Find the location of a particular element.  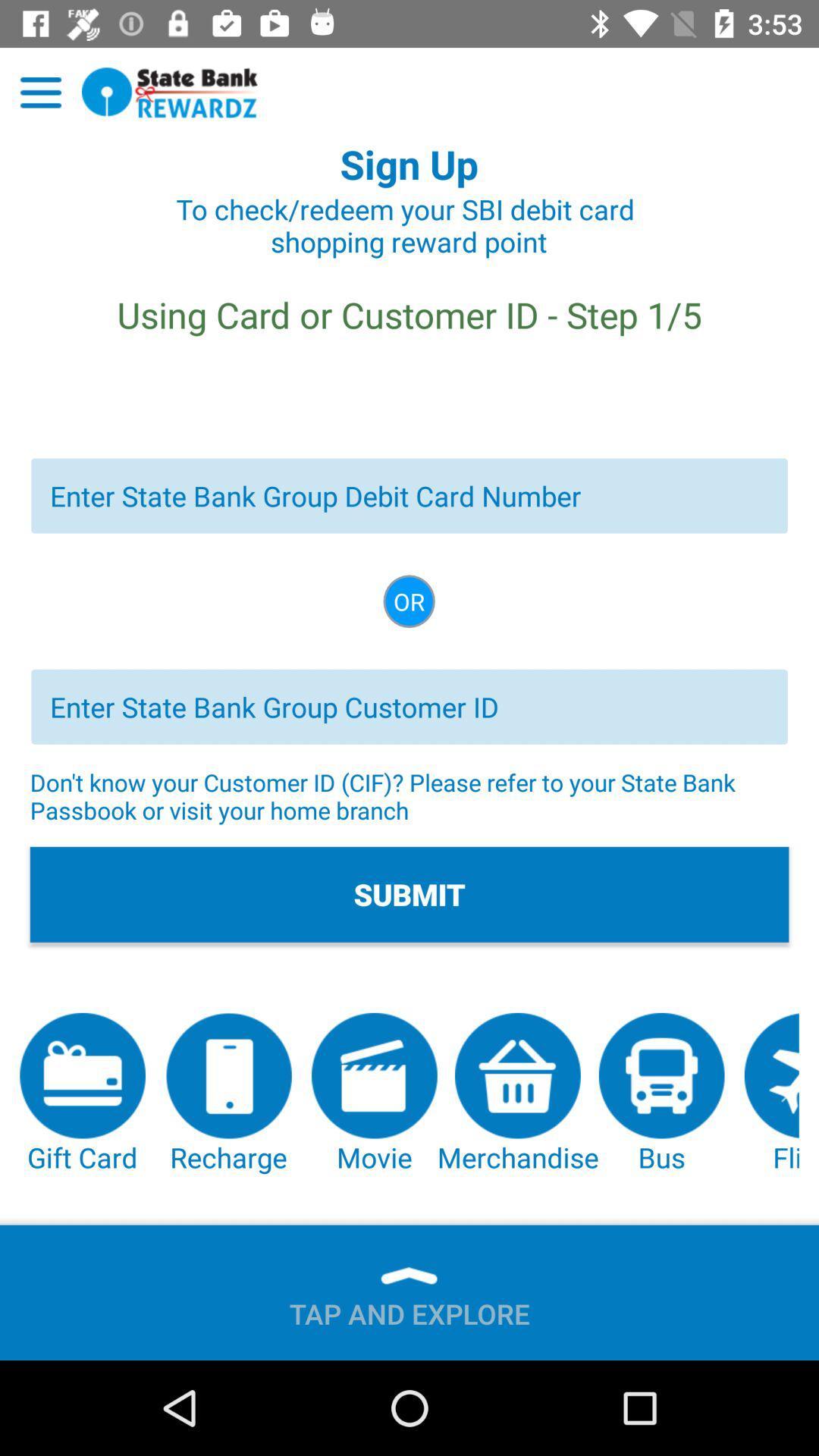

app below the don t know app is located at coordinates (409, 894).